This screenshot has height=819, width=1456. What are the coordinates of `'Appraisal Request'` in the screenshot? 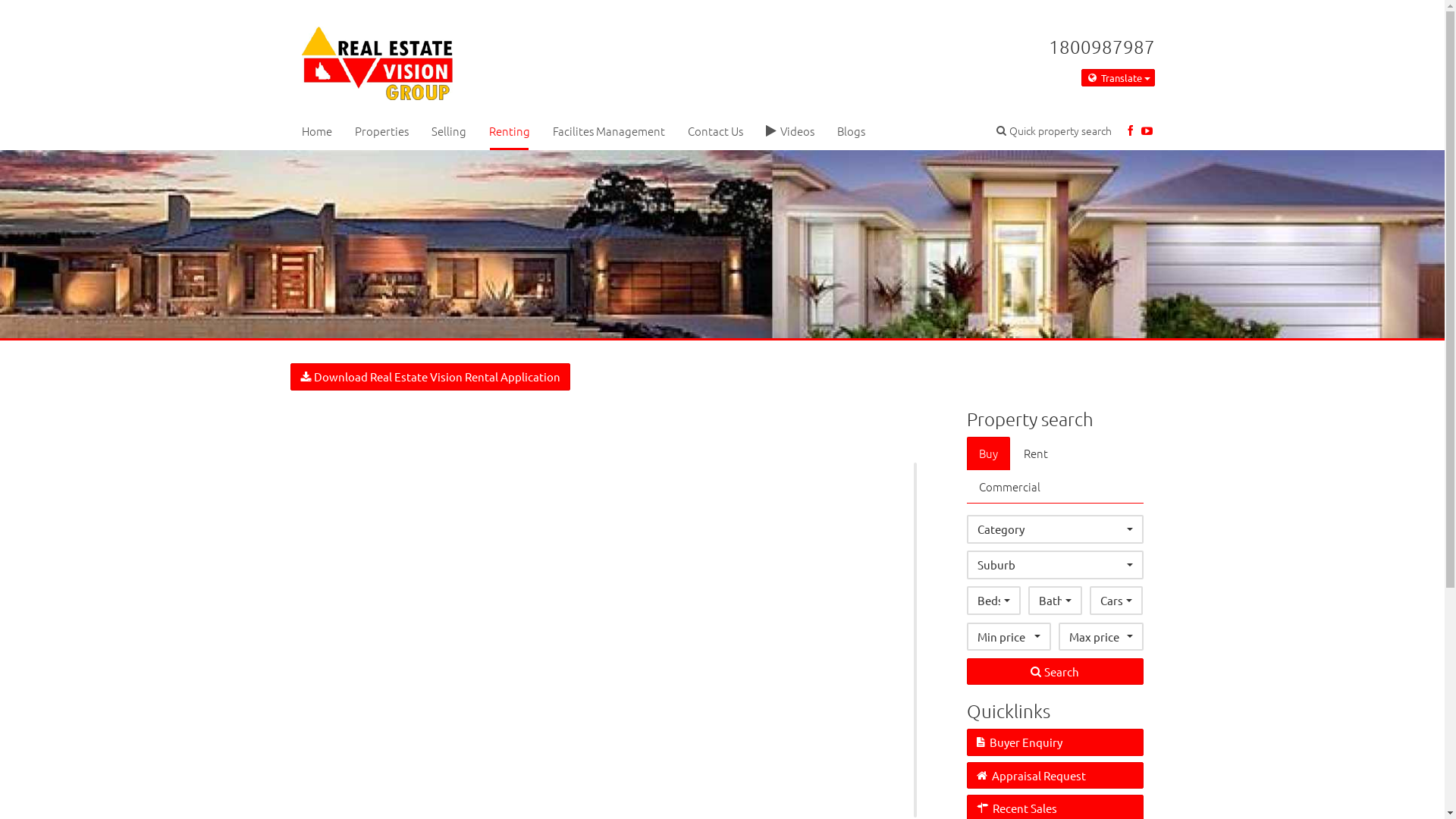 It's located at (966, 775).